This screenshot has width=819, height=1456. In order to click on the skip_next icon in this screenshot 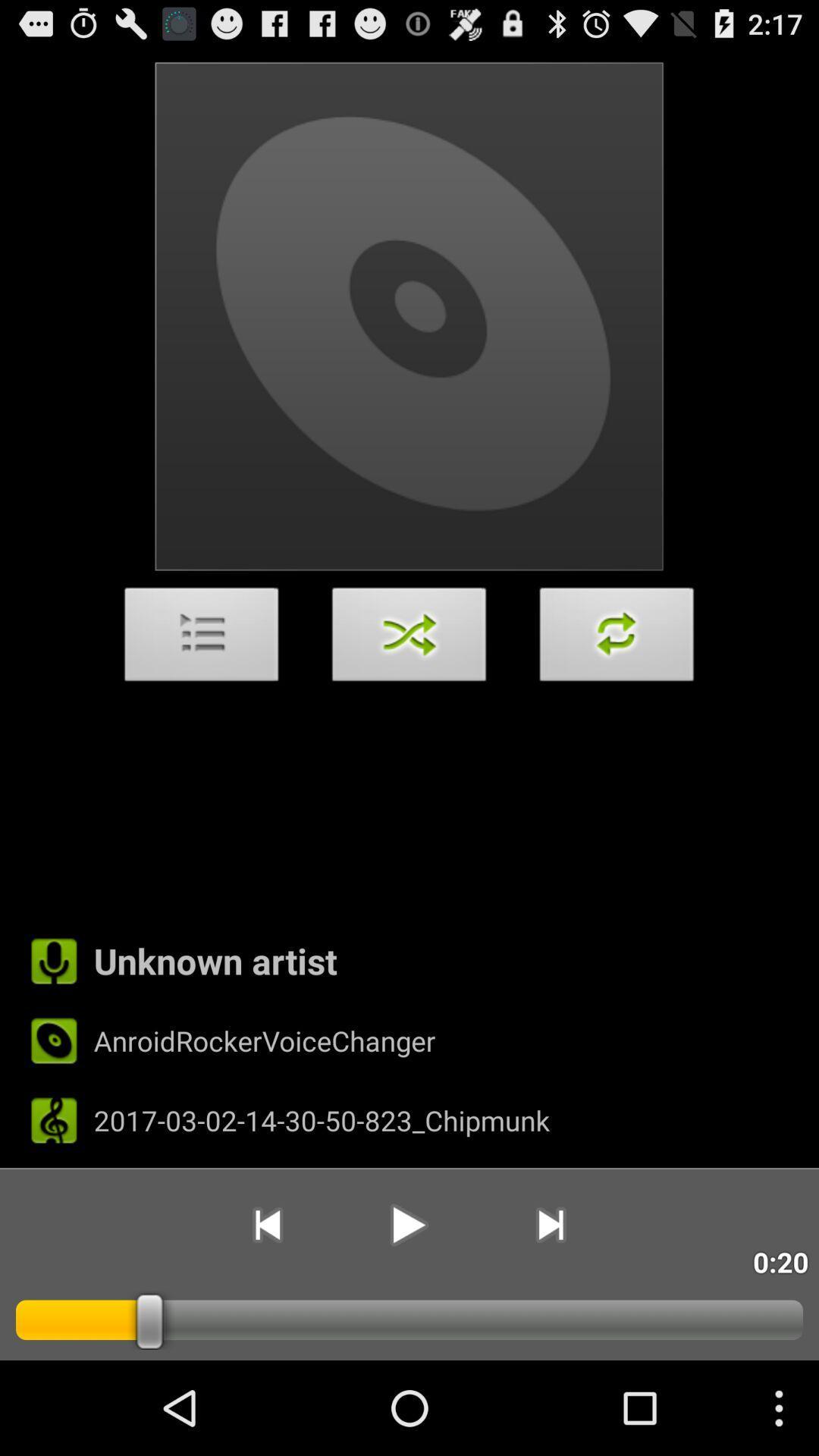, I will do `click(551, 1310)`.